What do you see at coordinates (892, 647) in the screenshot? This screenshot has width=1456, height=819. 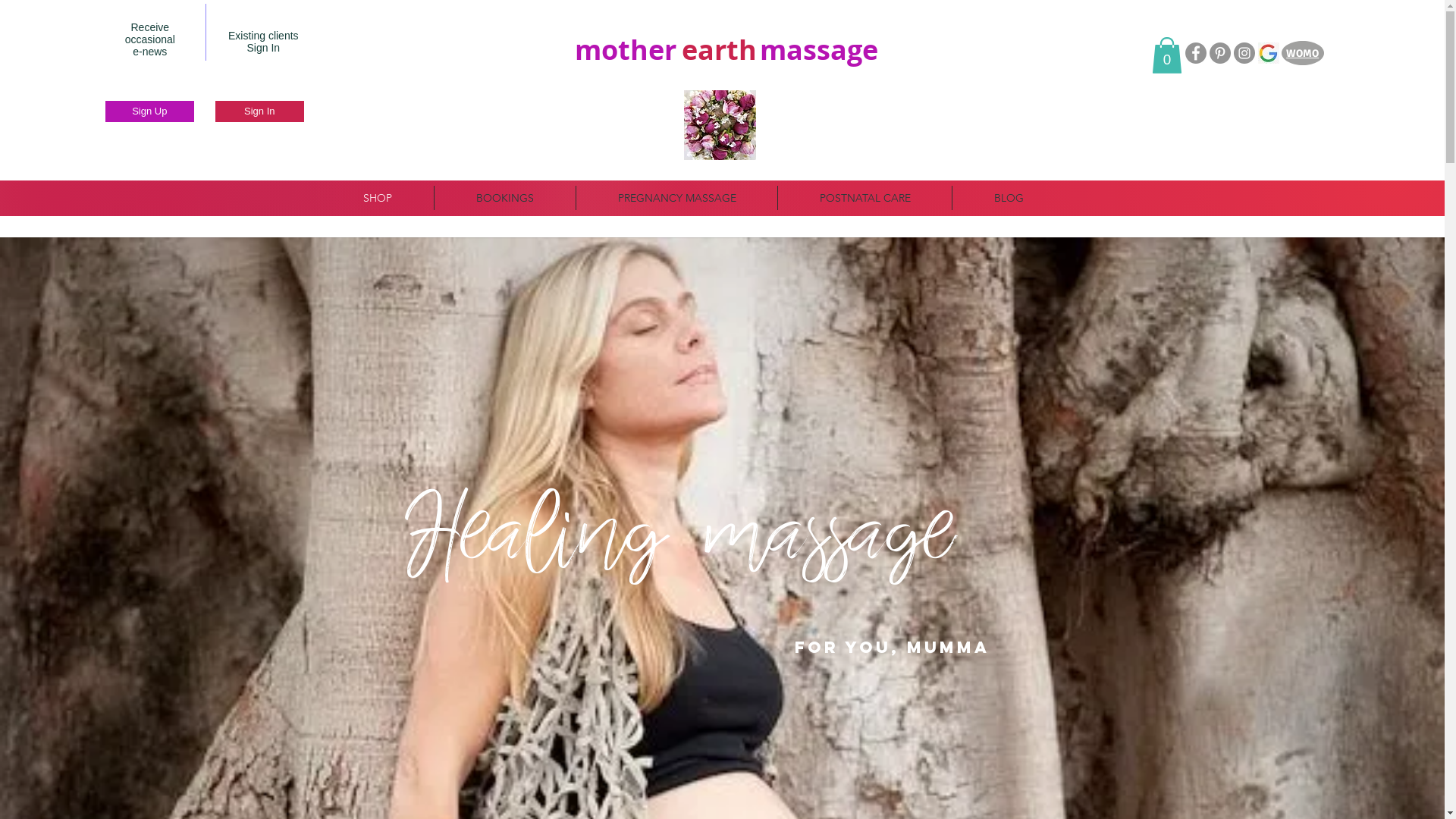 I see `'FOR YOU, MumMA'` at bounding box center [892, 647].